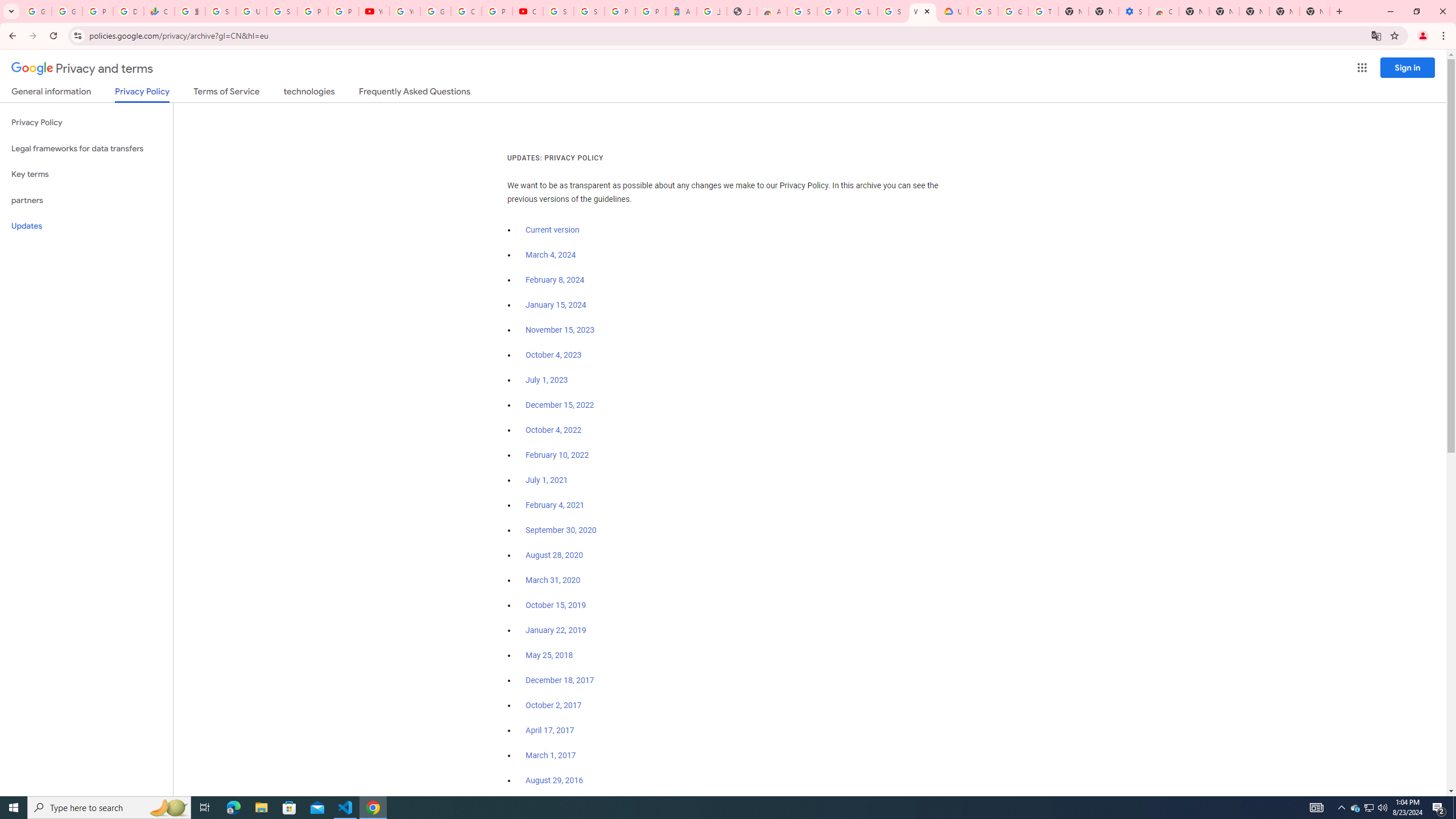  I want to click on 'Reload', so click(53, 35).